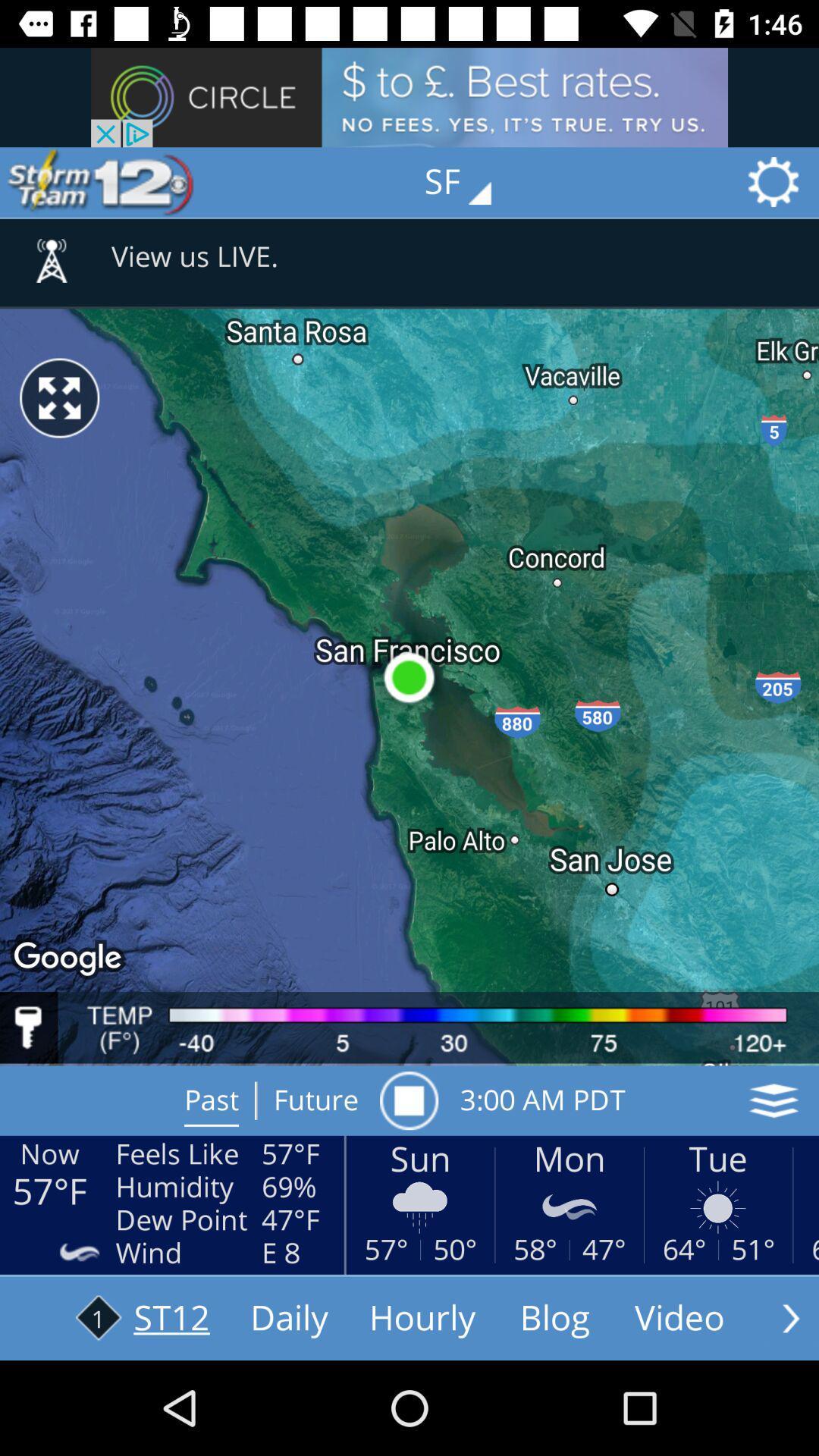  What do you see at coordinates (408, 1100) in the screenshot?
I see `item to the left of 4 00 am icon` at bounding box center [408, 1100].